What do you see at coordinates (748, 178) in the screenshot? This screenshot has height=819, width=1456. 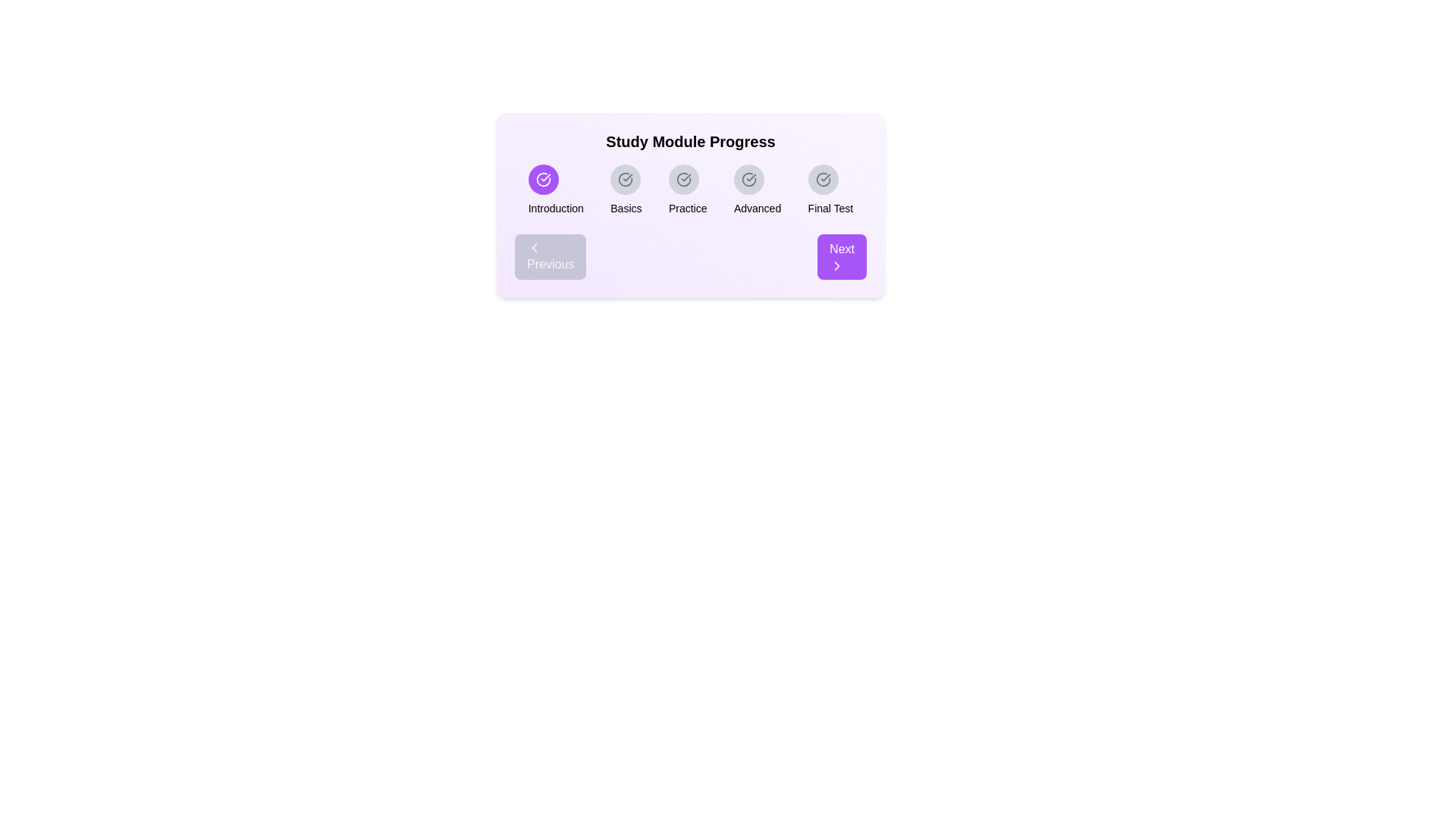 I see `the Circular progress indicator for the 'Advanced' module stage in the 'Study Module Progress' section, which is the fourth item from the left` at bounding box center [748, 178].